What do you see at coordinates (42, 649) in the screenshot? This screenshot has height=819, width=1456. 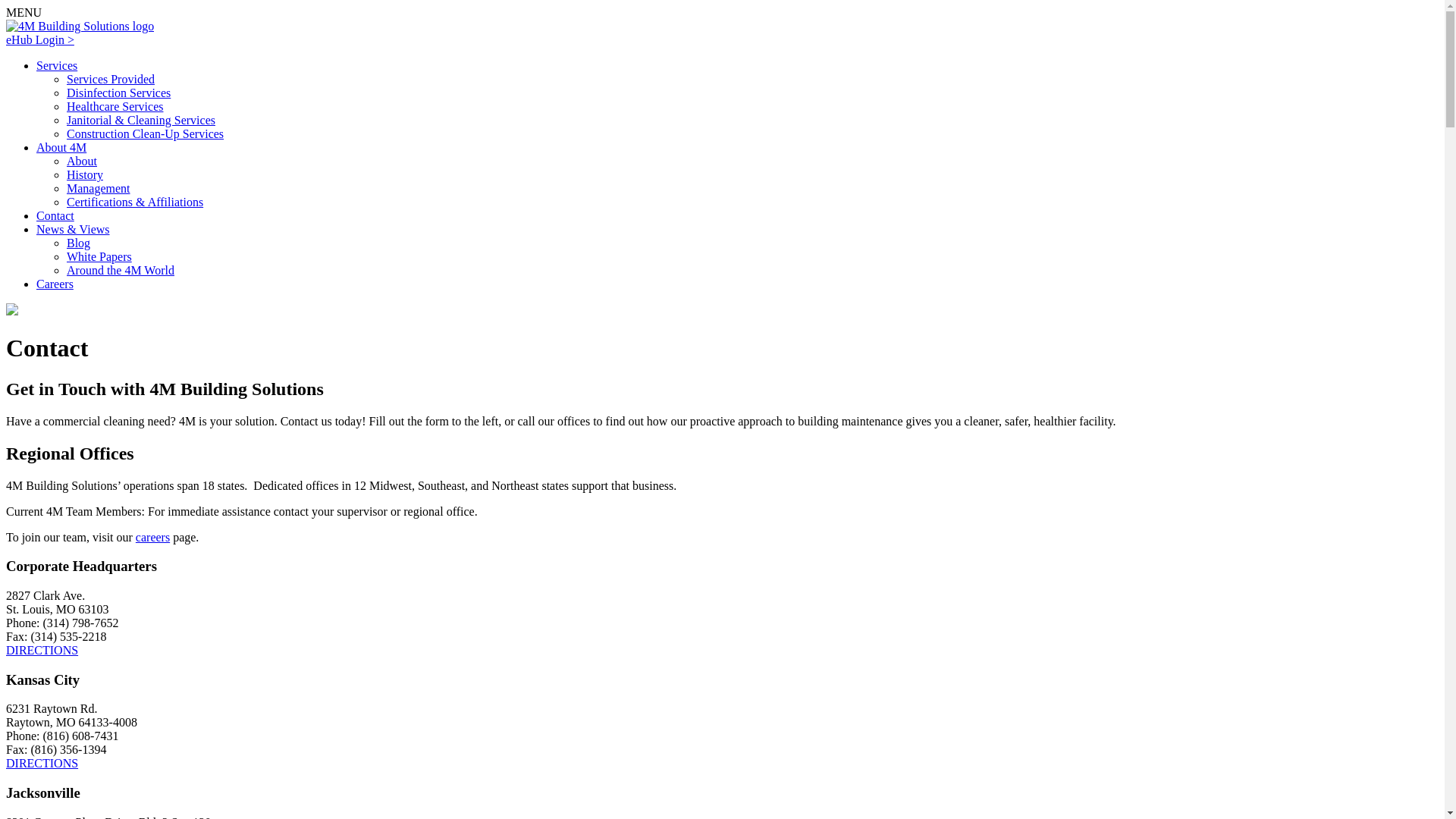 I see `'DIRECTIONS'` at bounding box center [42, 649].